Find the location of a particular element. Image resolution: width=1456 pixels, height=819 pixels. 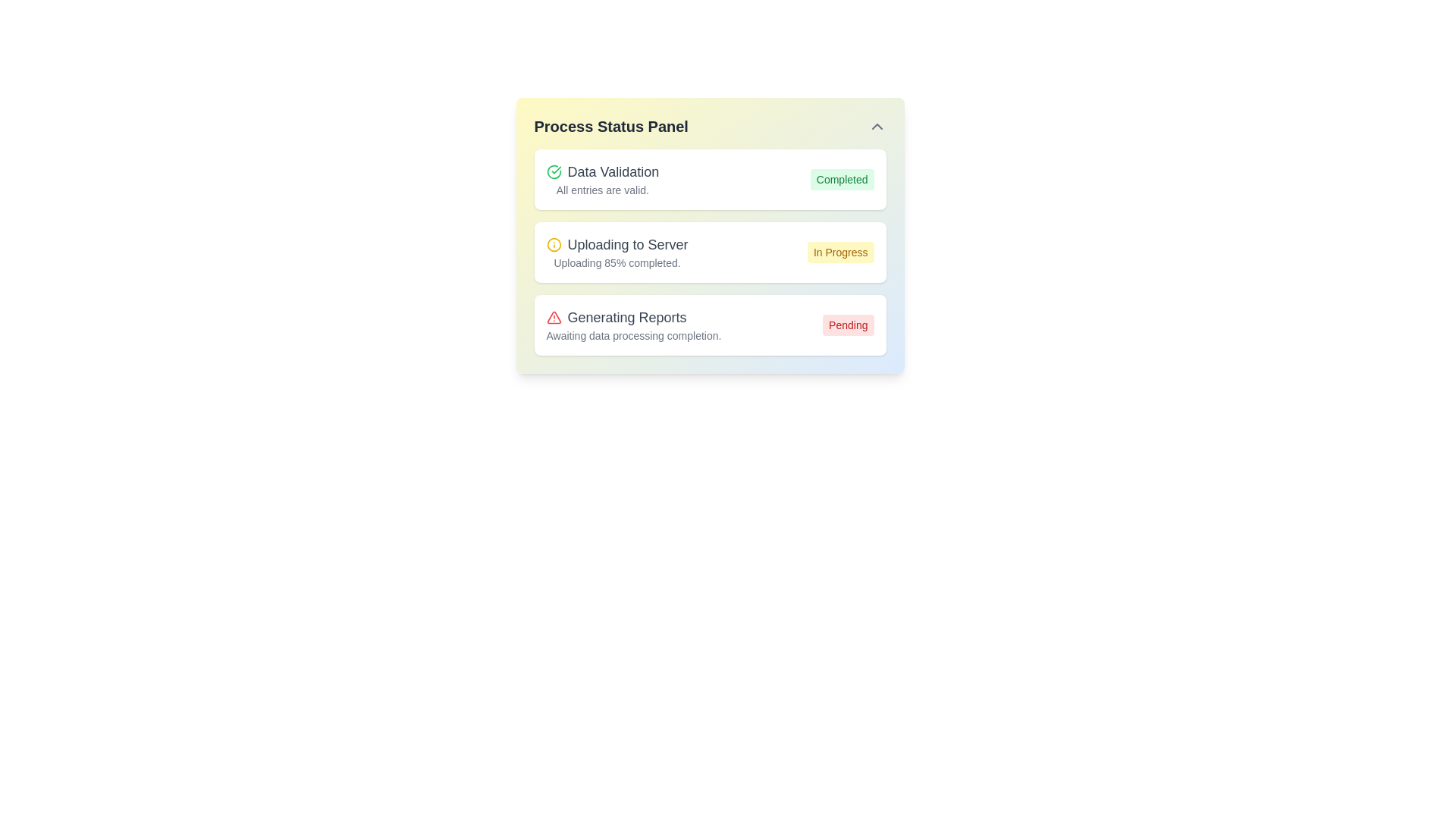

the status of the report generation is located at coordinates (709, 324).